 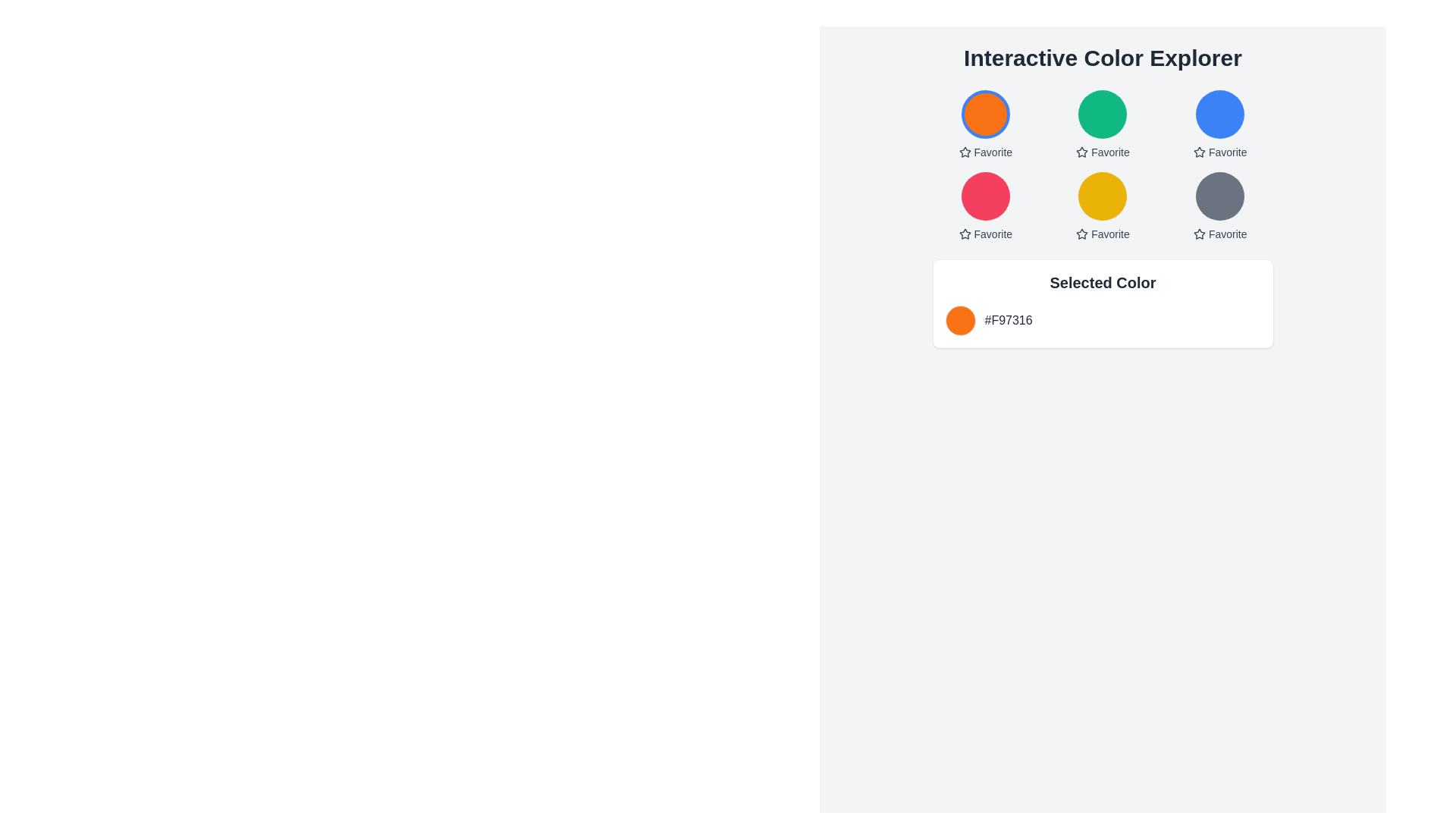 I want to click on the label and functional text component located in the second row, second column of the grid layout to favorite the associated color, so click(x=993, y=234).